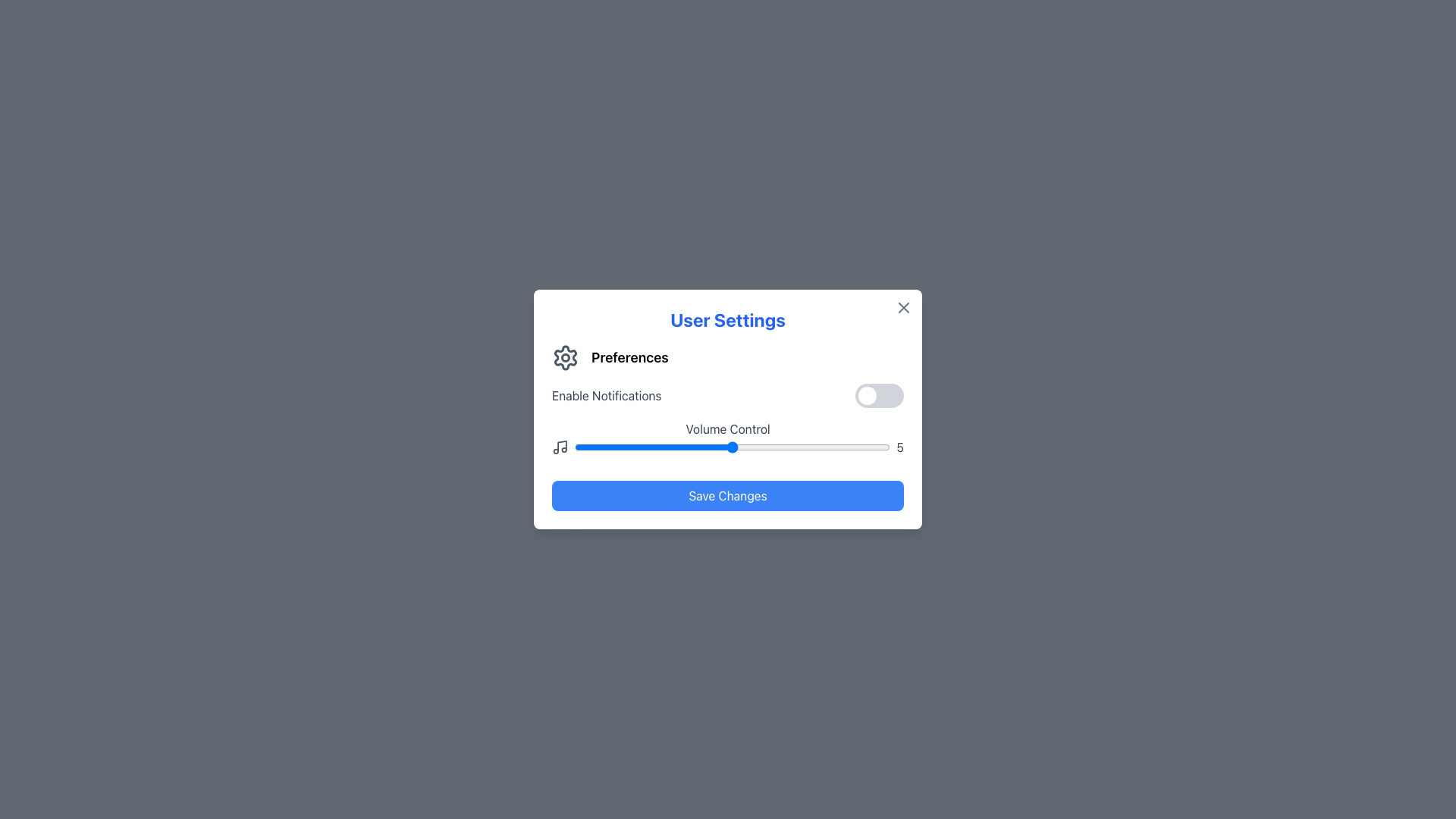  I want to click on the volume, so click(732, 447).